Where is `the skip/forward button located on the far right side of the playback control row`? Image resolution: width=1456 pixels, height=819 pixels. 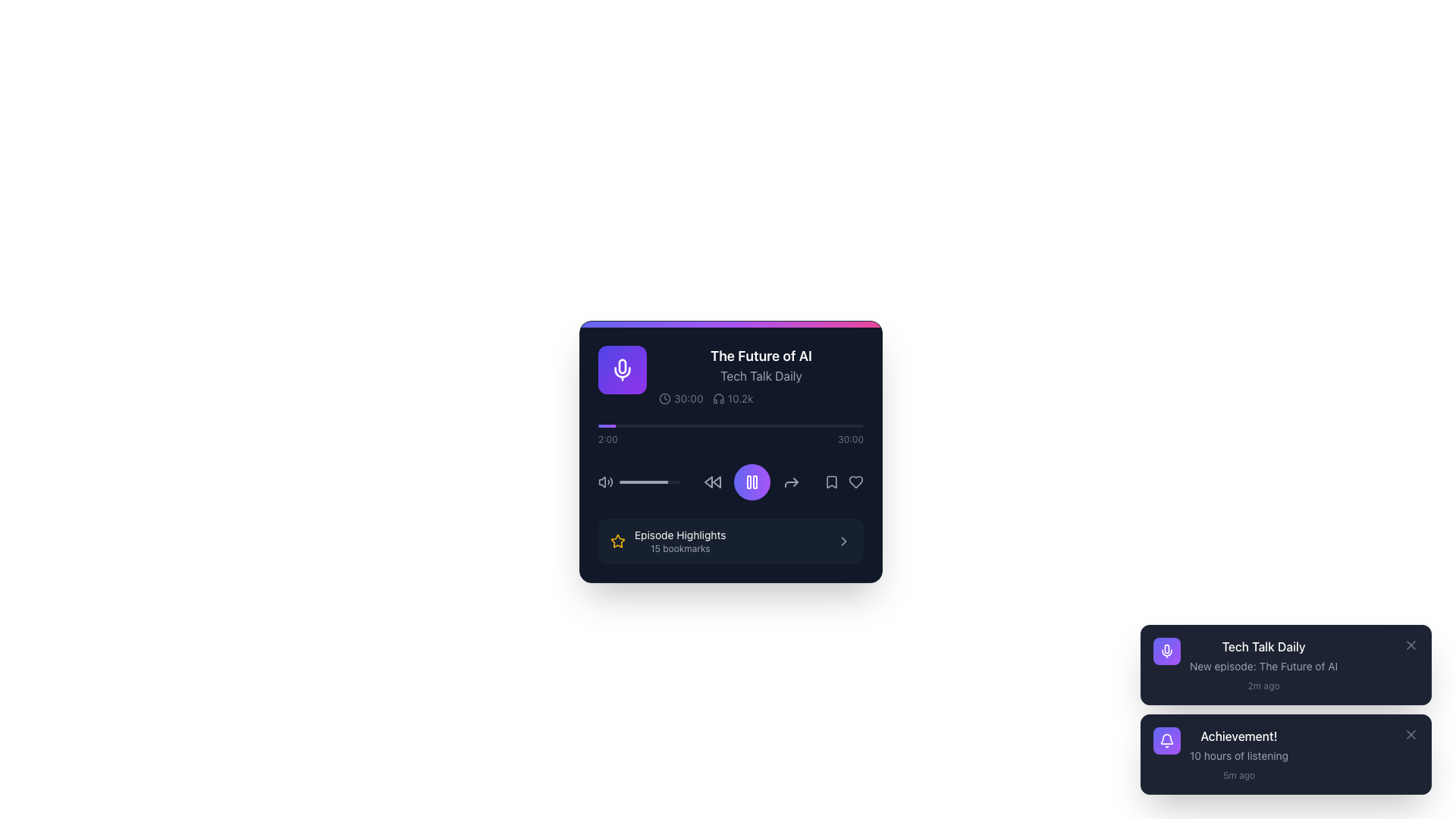
the skip/forward button located on the far right side of the playback control row is located at coordinates (790, 482).